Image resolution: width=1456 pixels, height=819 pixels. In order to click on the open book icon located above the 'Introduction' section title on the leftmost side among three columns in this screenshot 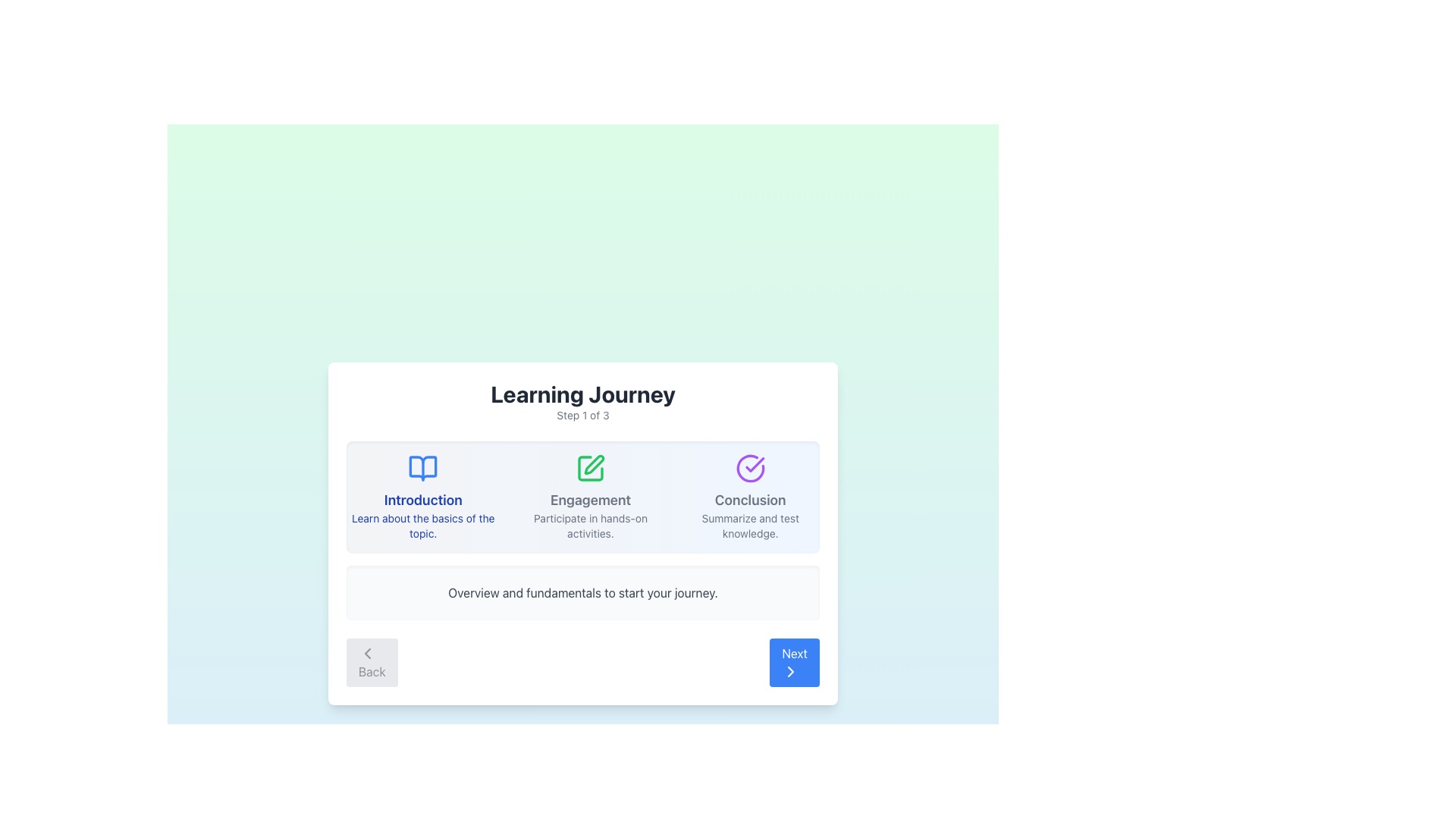, I will do `click(423, 467)`.